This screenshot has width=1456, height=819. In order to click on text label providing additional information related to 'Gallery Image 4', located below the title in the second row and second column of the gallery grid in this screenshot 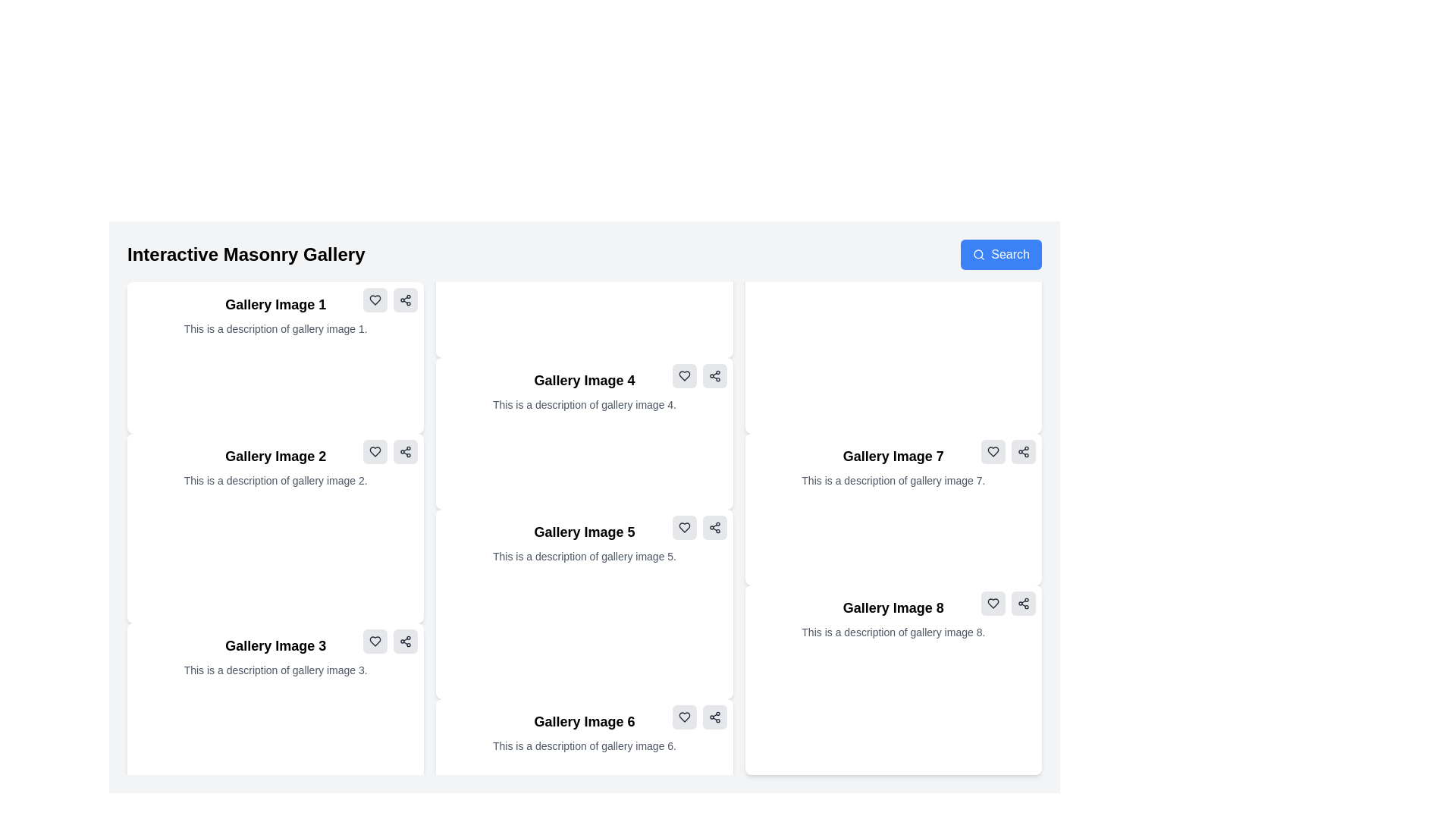, I will do `click(584, 403)`.